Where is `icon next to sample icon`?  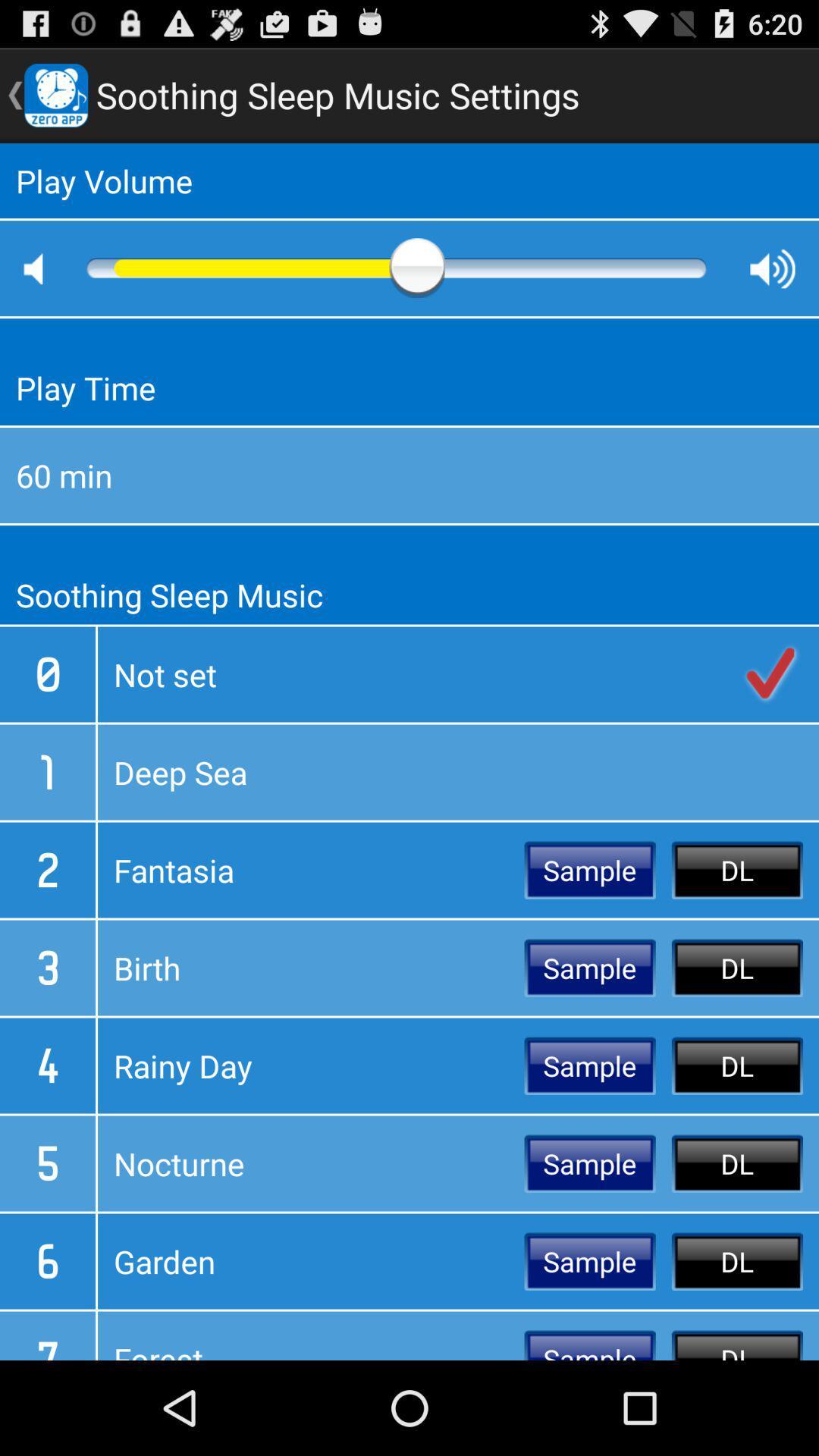 icon next to sample icon is located at coordinates (310, 967).